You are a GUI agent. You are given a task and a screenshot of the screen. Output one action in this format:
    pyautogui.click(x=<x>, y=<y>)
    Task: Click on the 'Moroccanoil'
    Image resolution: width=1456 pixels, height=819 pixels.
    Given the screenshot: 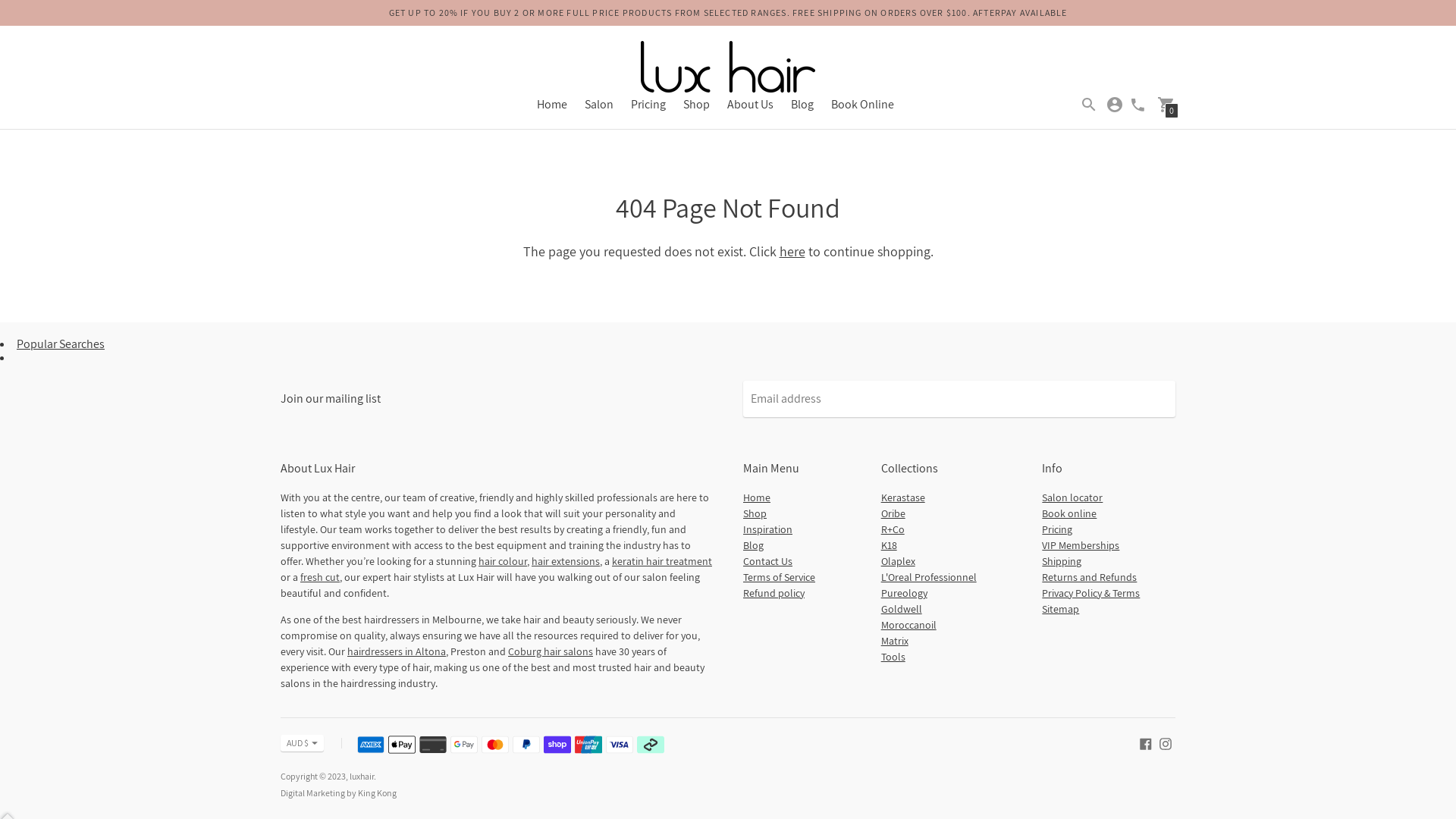 What is the action you would take?
    pyautogui.click(x=908, y=625)
    